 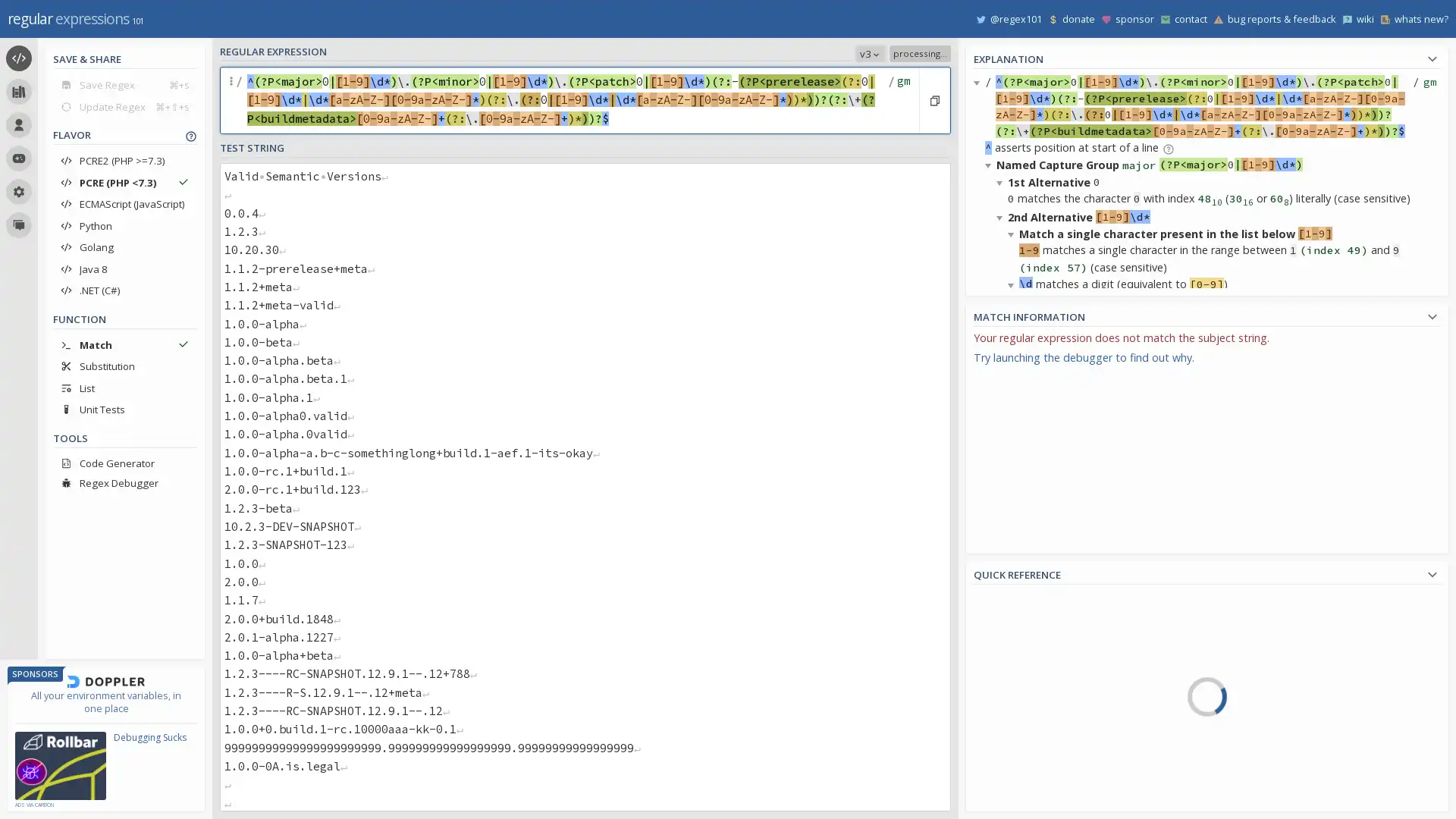 What do you see at coordinates (1282, 708) in the screenshot?
I see `Any single character .` at bounding box center [1282, 708].